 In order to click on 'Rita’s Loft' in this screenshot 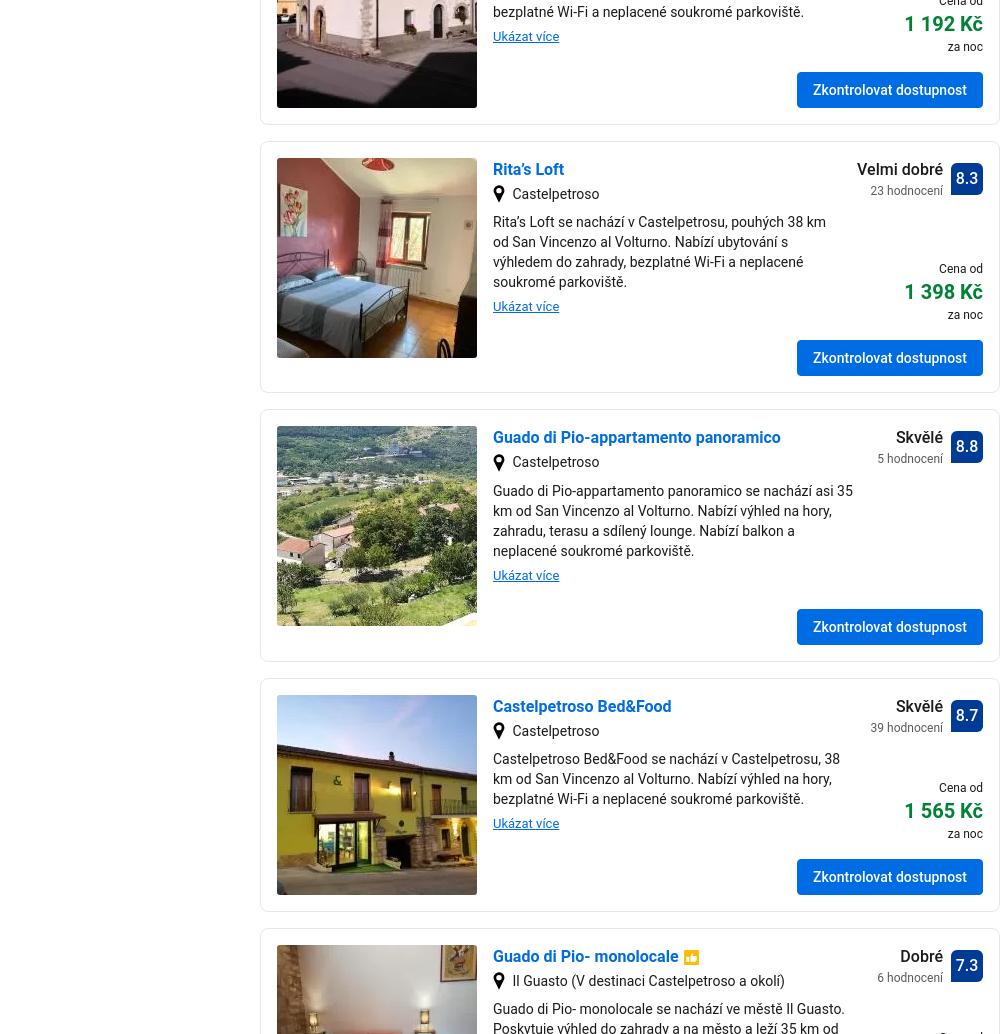, I will do `click(528, 169)`.